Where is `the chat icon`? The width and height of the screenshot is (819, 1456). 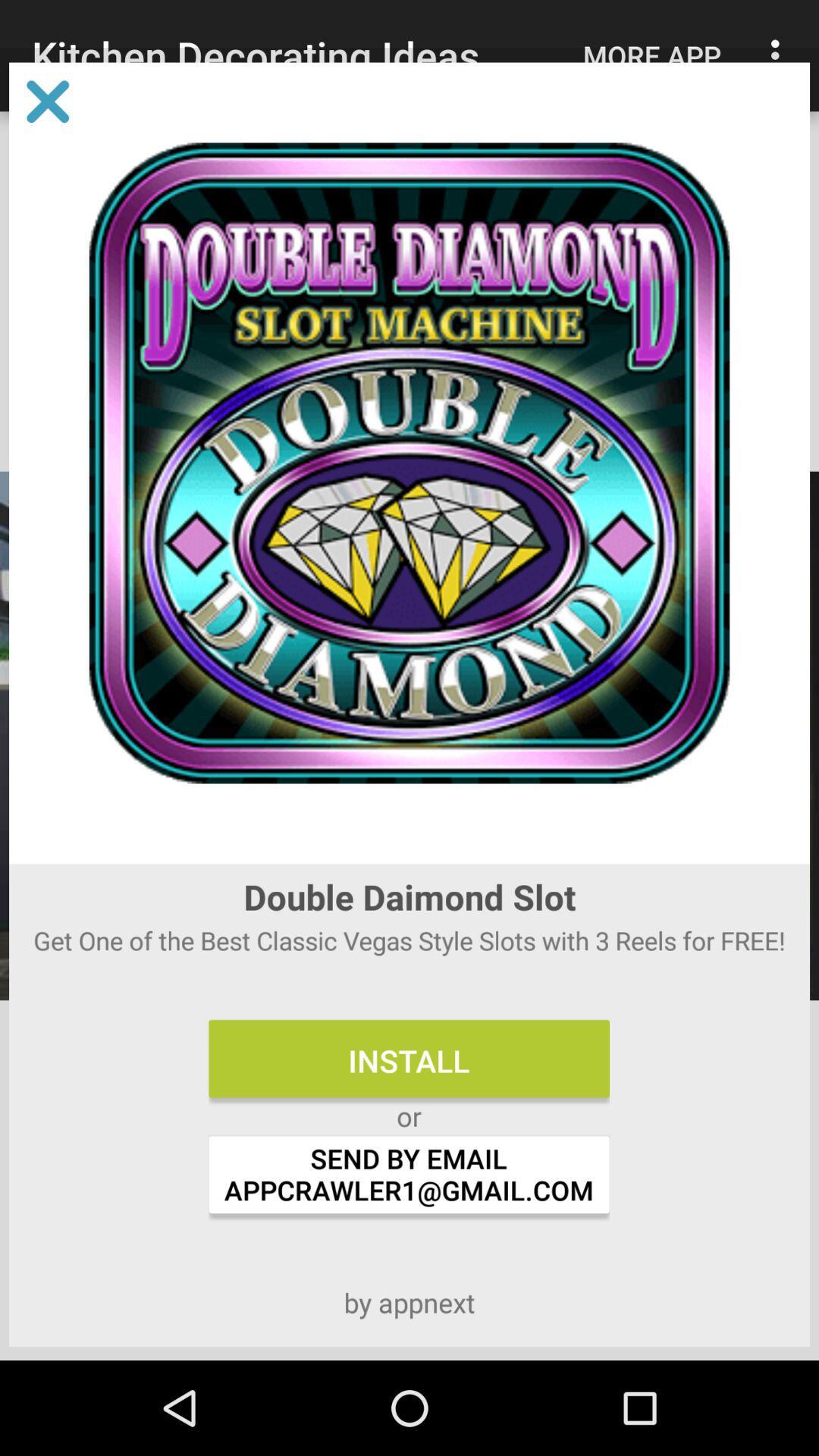 the chat icon is located at coordinates (265, 1208).